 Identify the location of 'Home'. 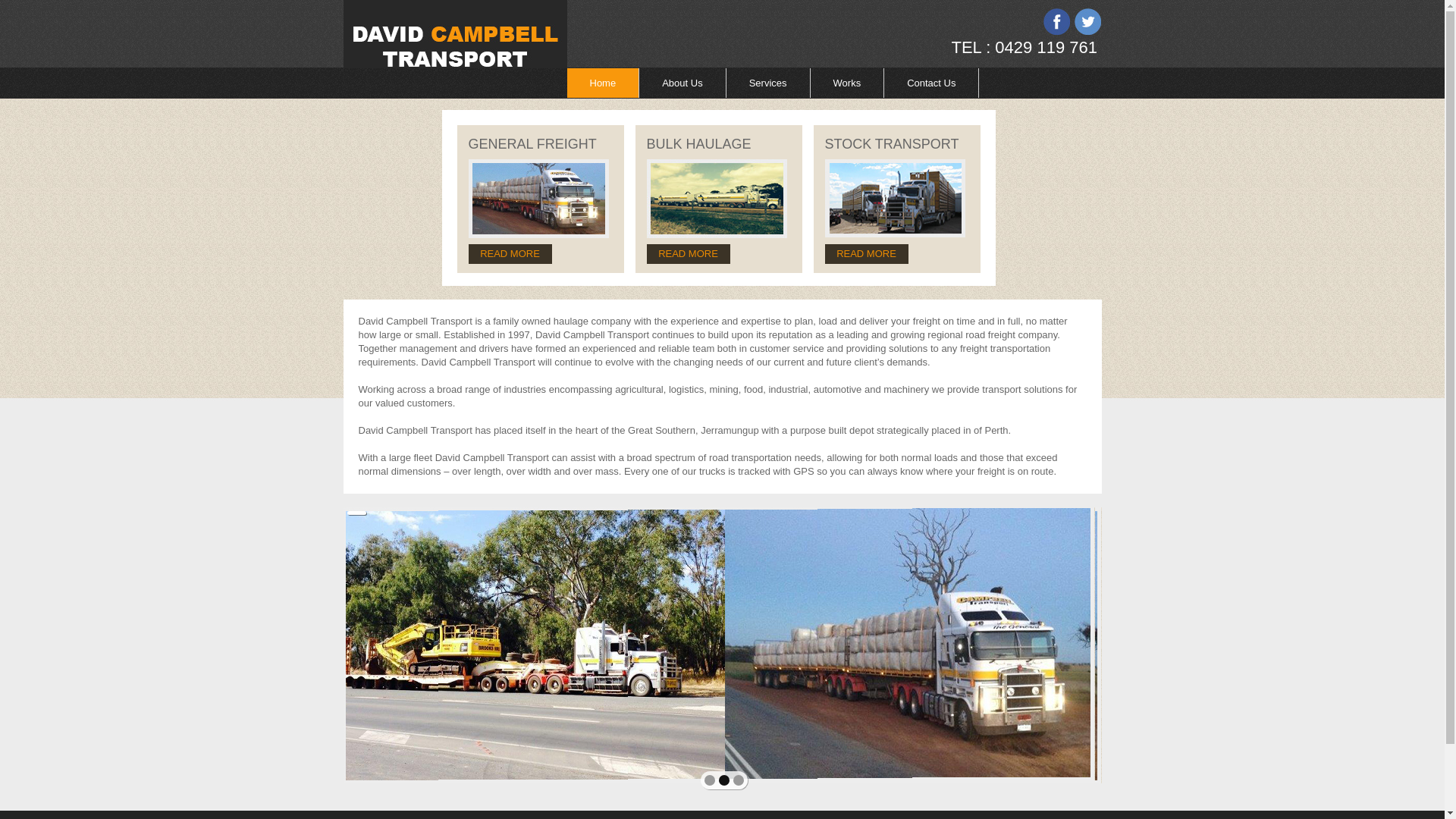
(566, 83).